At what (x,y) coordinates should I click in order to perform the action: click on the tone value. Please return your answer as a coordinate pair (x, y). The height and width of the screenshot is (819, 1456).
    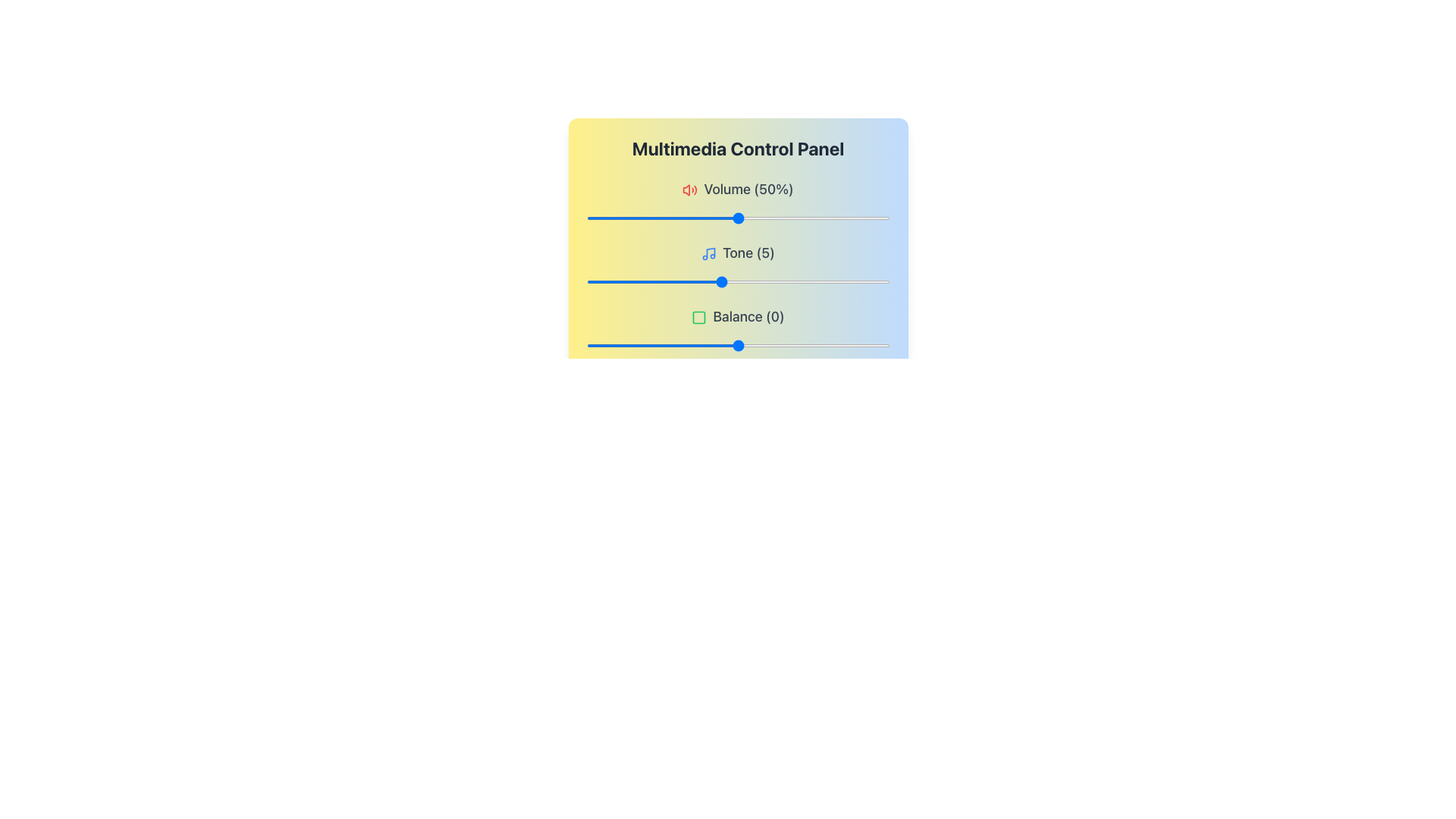
    Looking at the image, I should click on (620, 281).